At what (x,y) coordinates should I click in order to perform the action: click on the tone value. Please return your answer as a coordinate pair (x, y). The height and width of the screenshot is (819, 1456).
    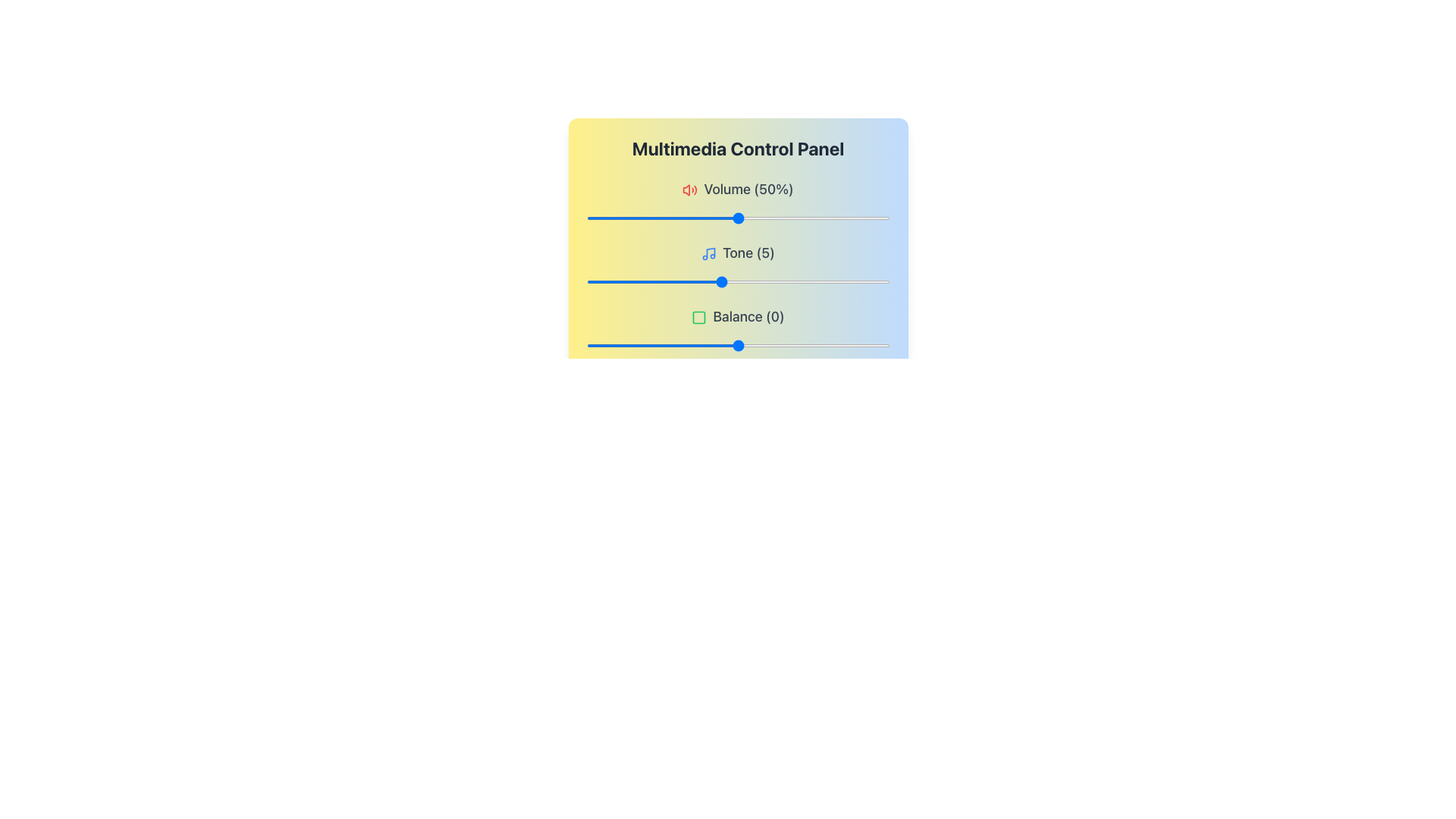
    Looking at the image, I should click on (620, 281).